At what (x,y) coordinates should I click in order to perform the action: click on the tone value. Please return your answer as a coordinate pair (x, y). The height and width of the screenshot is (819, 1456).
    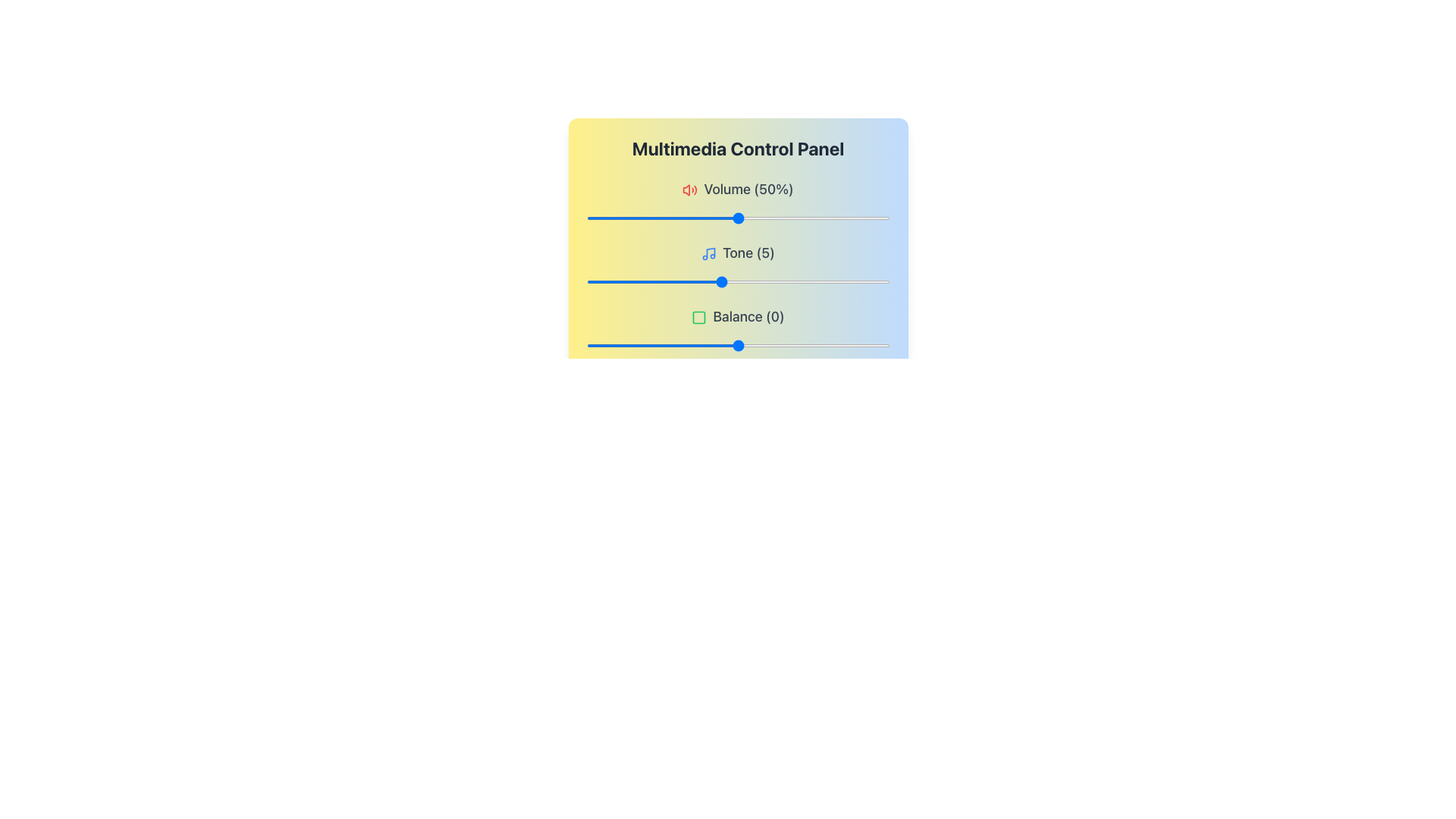
    Looking at the image, I should click on (620, 281).